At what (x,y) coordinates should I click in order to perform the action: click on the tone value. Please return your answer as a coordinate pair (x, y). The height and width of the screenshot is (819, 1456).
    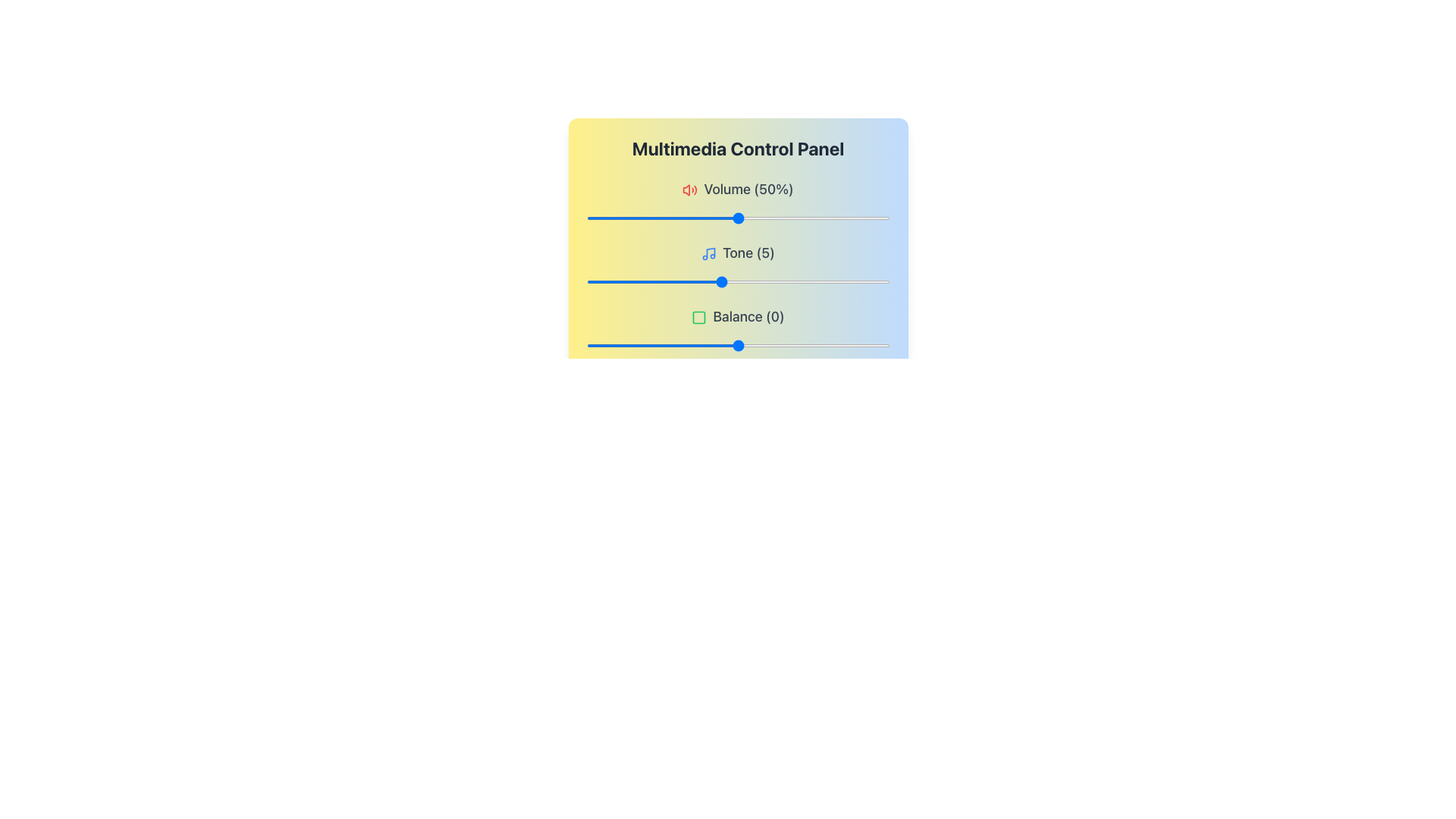
    Looking at the image, I should click on (620, 281).